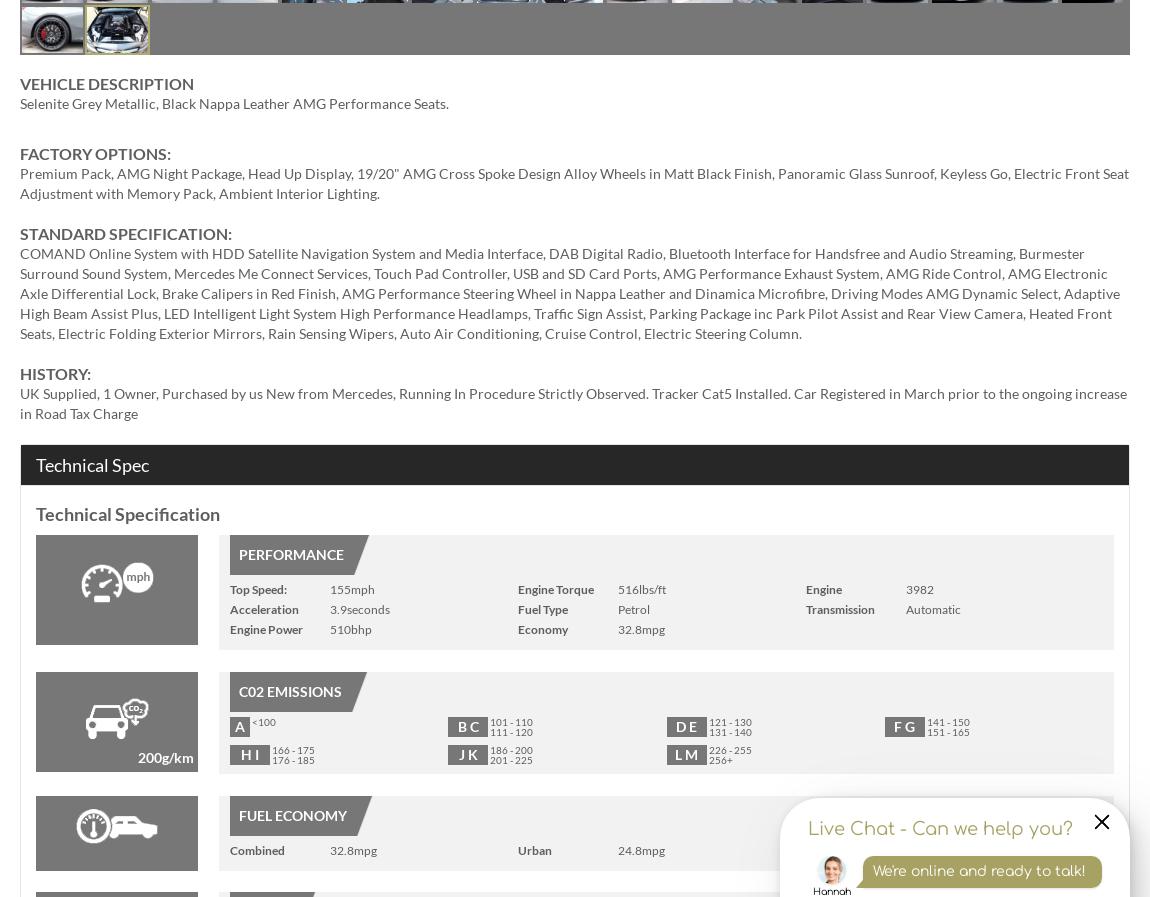 The width and height of the screenshot is (1150, 897). Describe the element at coordinates (19, 232) in the screenshot. I see `'STANDARD SPECIFICATION:'` at that location.